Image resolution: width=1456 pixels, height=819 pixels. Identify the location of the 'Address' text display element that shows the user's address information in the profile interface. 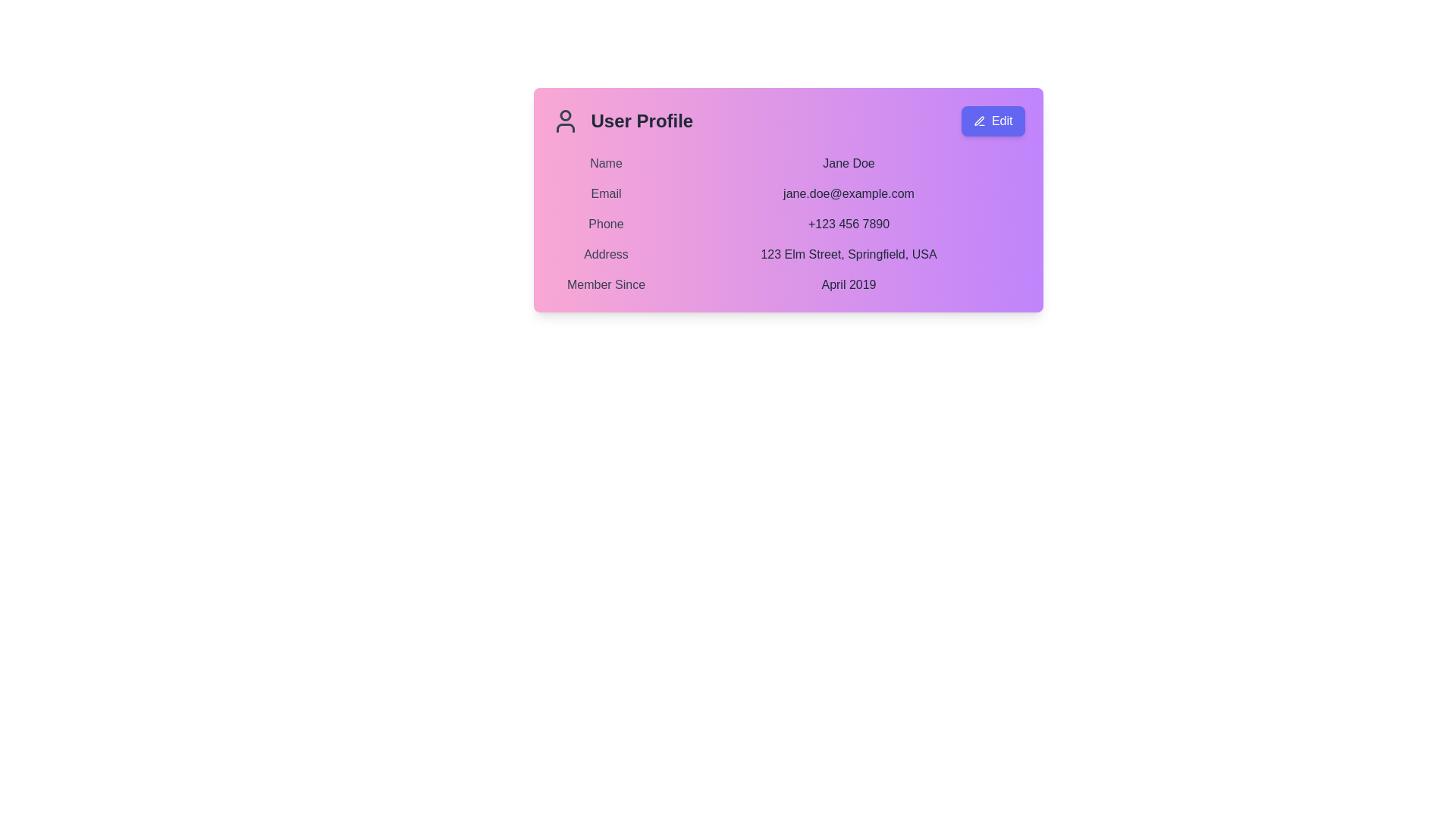
(788, 253).